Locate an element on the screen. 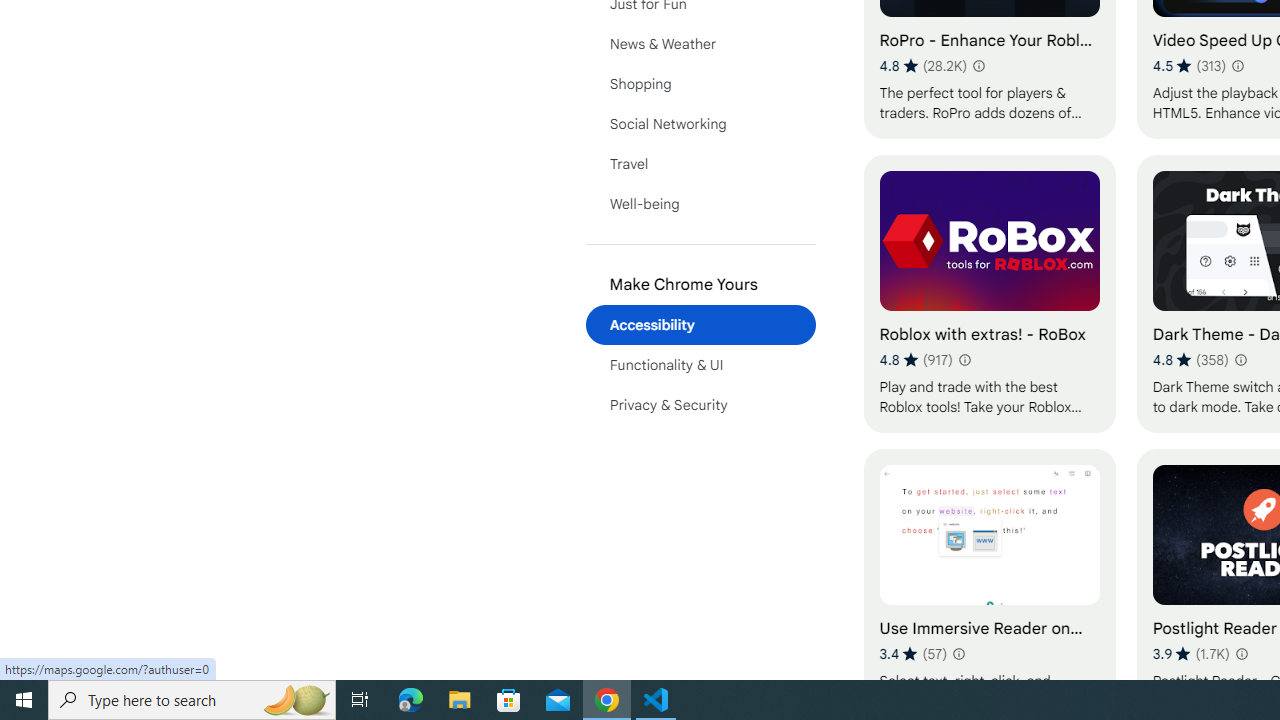 This screenshot has width=1280, height=720. 'Roblox with extras! - RoBox' is located at coordinates (989, 293).